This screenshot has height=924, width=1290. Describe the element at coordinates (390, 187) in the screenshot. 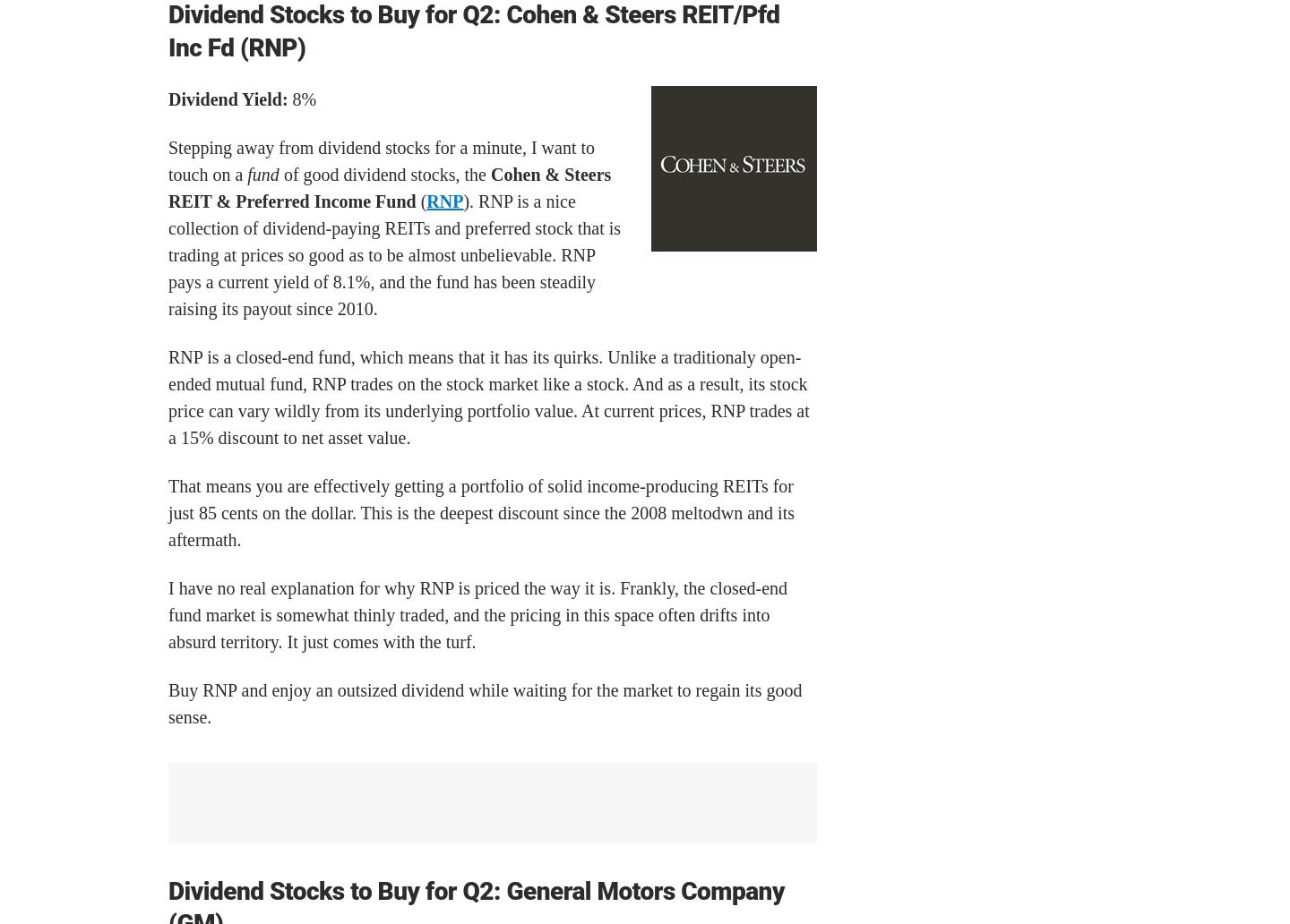

I see `'Cohen & Steers REIT & Preferred Income Fund'` at that location.